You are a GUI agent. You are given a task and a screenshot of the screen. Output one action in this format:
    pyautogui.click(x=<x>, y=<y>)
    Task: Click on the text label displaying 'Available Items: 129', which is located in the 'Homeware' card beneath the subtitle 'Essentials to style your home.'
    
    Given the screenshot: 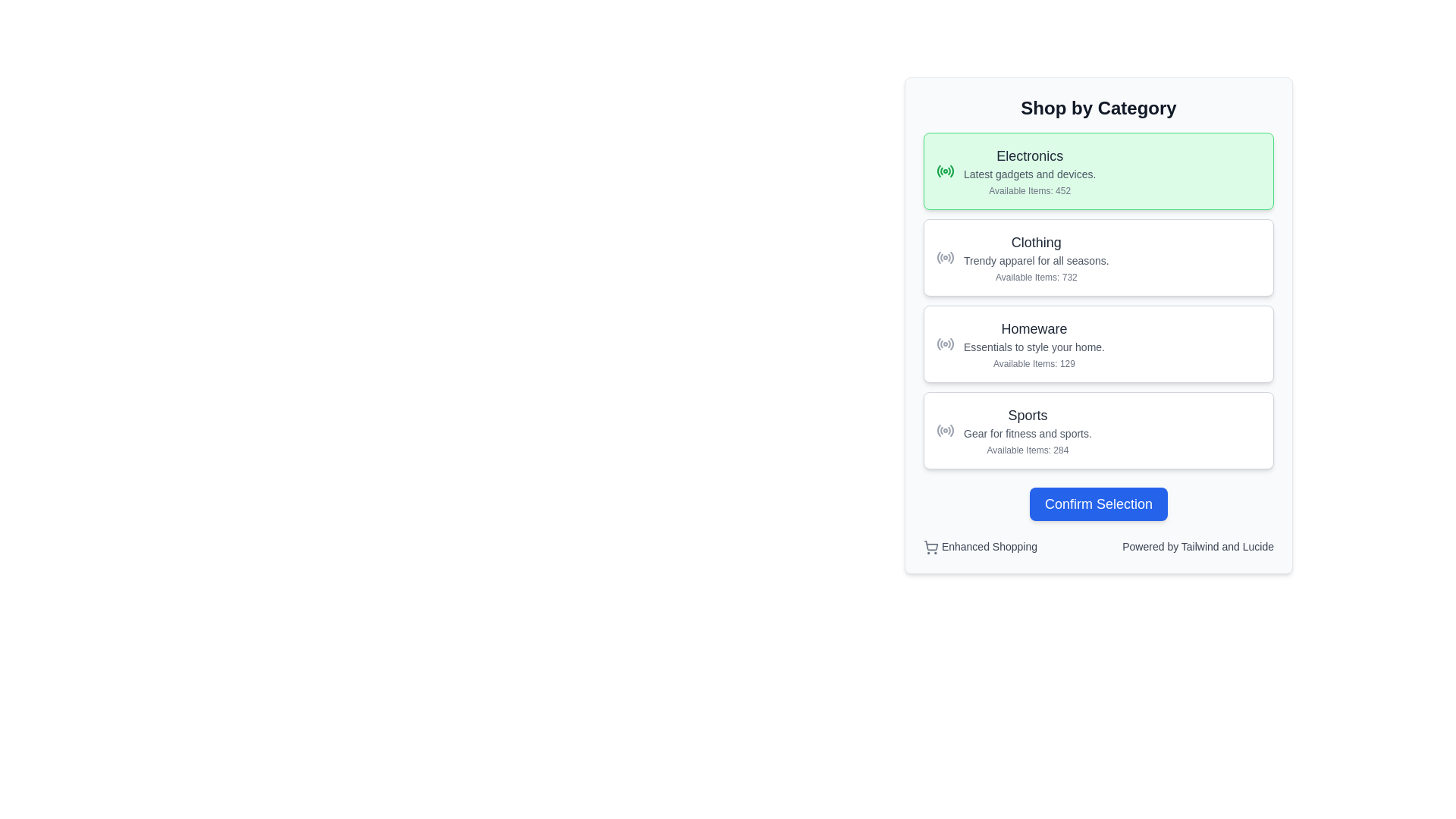 What is the action you would take?
    pyautogui.click(x=1033, y=363)
    